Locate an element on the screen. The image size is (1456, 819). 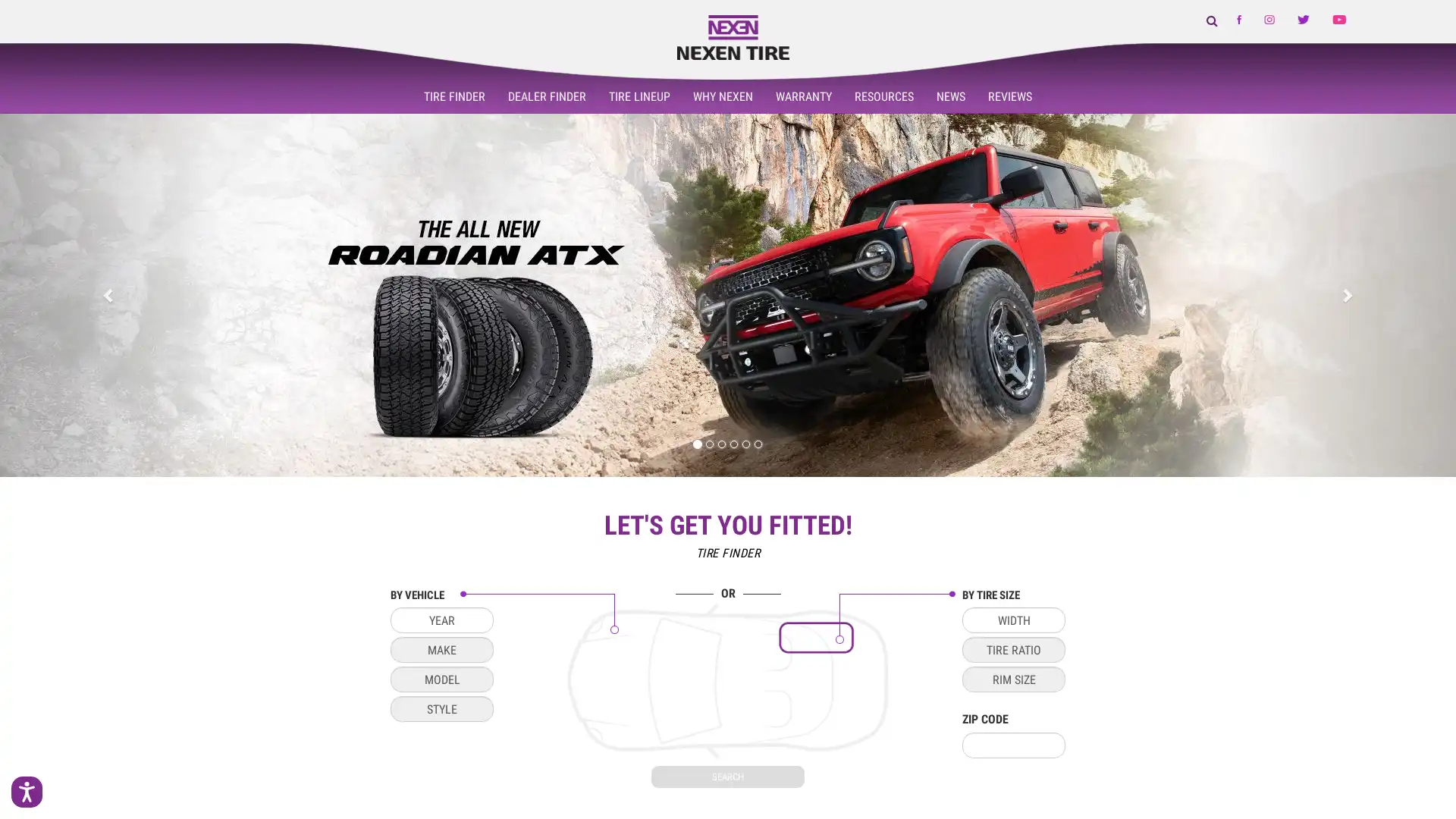
SEARCH is located at coordinates (728, 776).